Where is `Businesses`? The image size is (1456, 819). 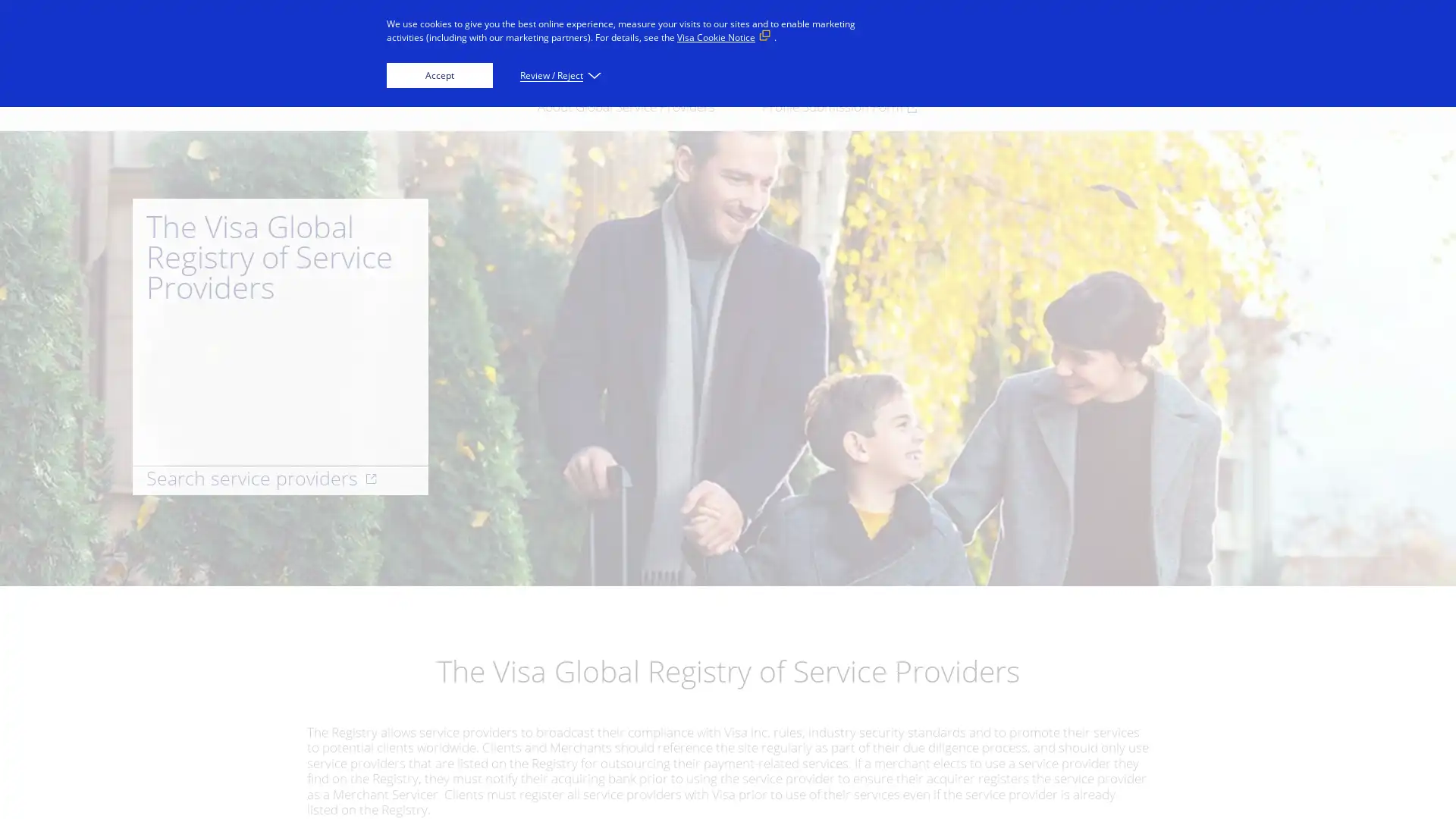
Businesses is located at coordinates (714, 40).